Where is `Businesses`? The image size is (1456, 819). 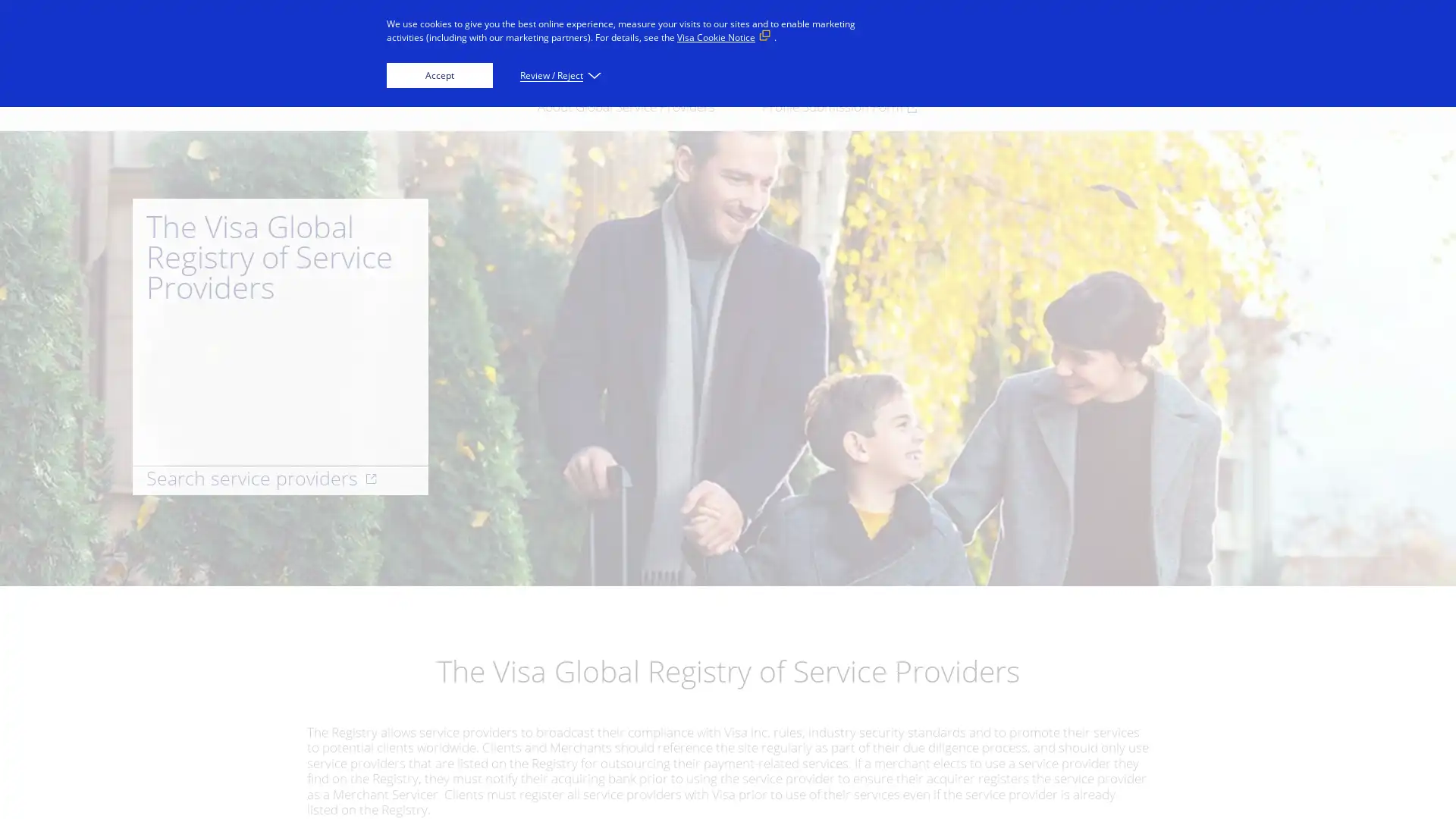
Businesses is located at coordinates (714, 40).